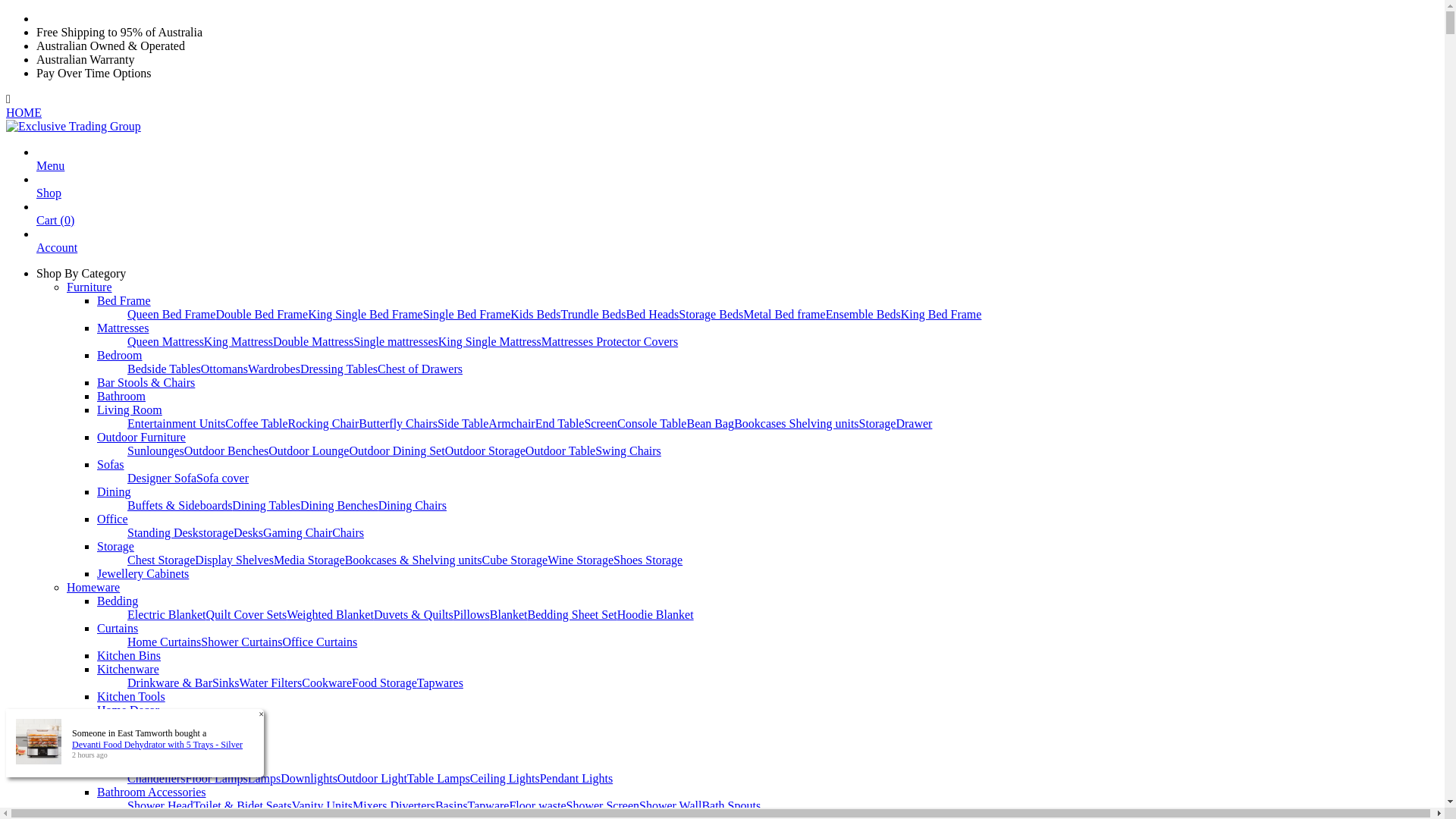 The width and height of the screenshot is (1456, 819). What do you see at coordinates (297, 532) in the screenshot?
I see `'Gaming Chair'` at bounding box center [297, 532].